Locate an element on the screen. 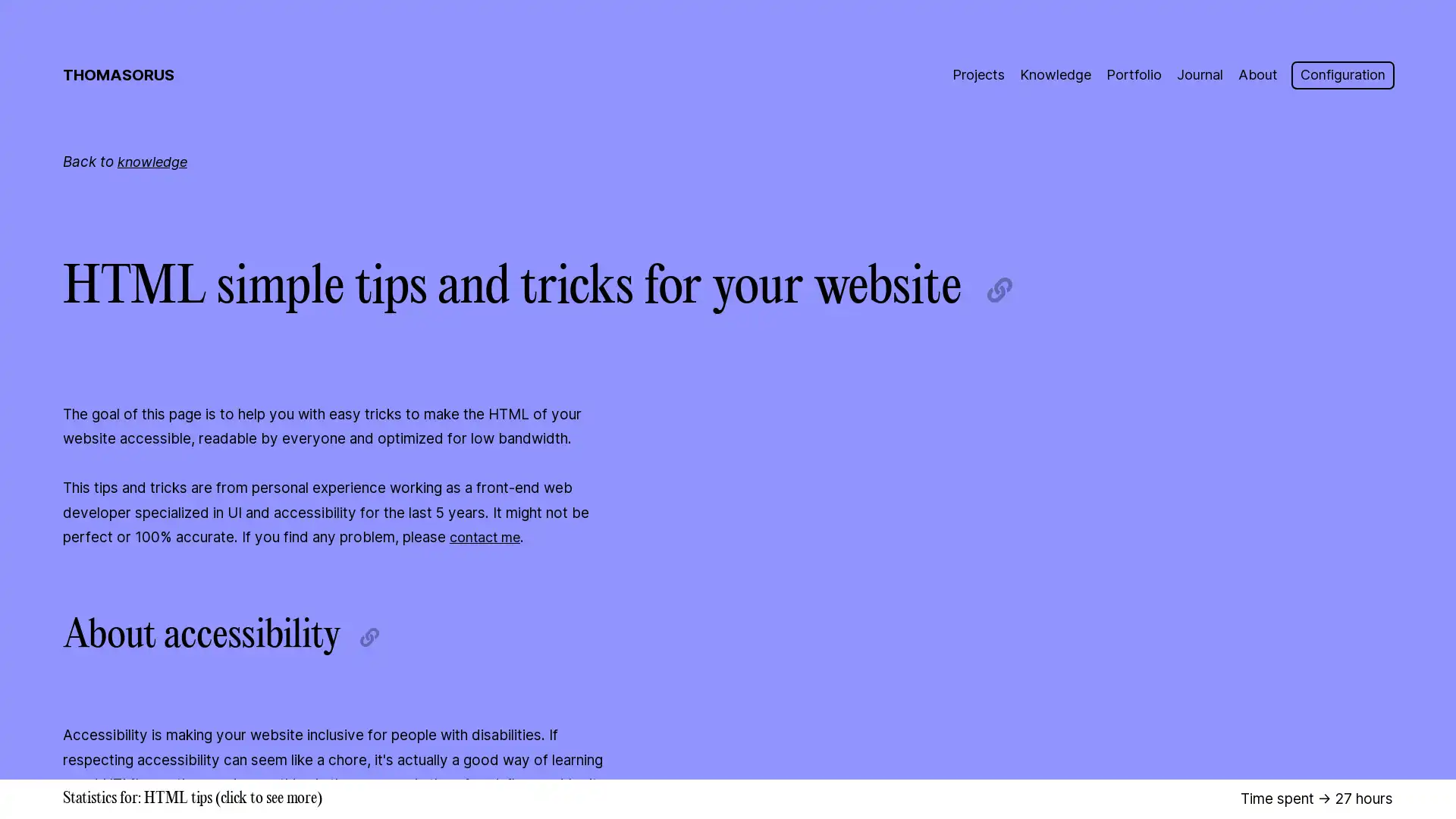  Configuration is located at coordinates (1340, 75).